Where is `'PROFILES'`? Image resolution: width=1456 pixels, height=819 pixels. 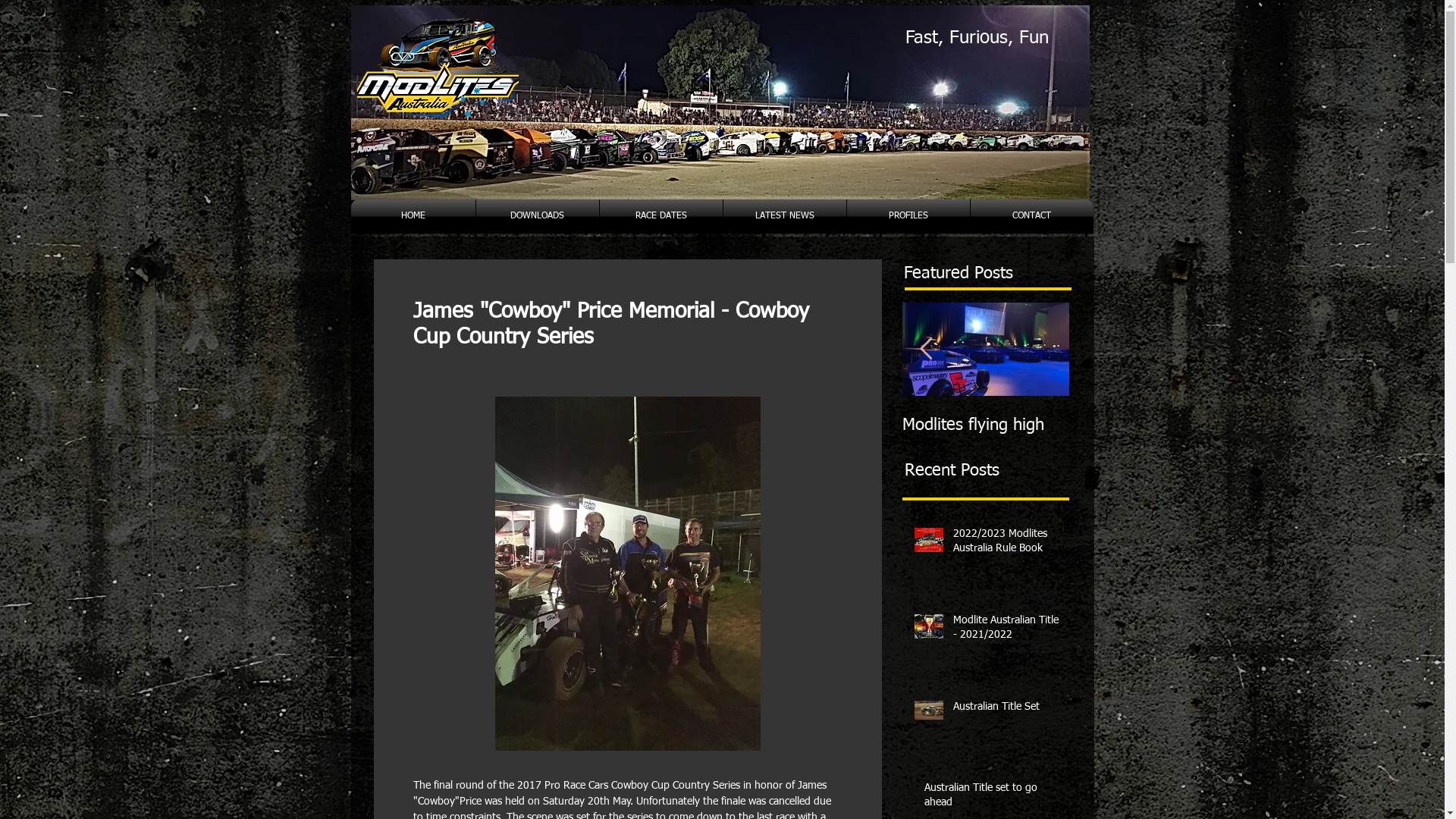 'PROFILES' is located at coordinates (846, 216).